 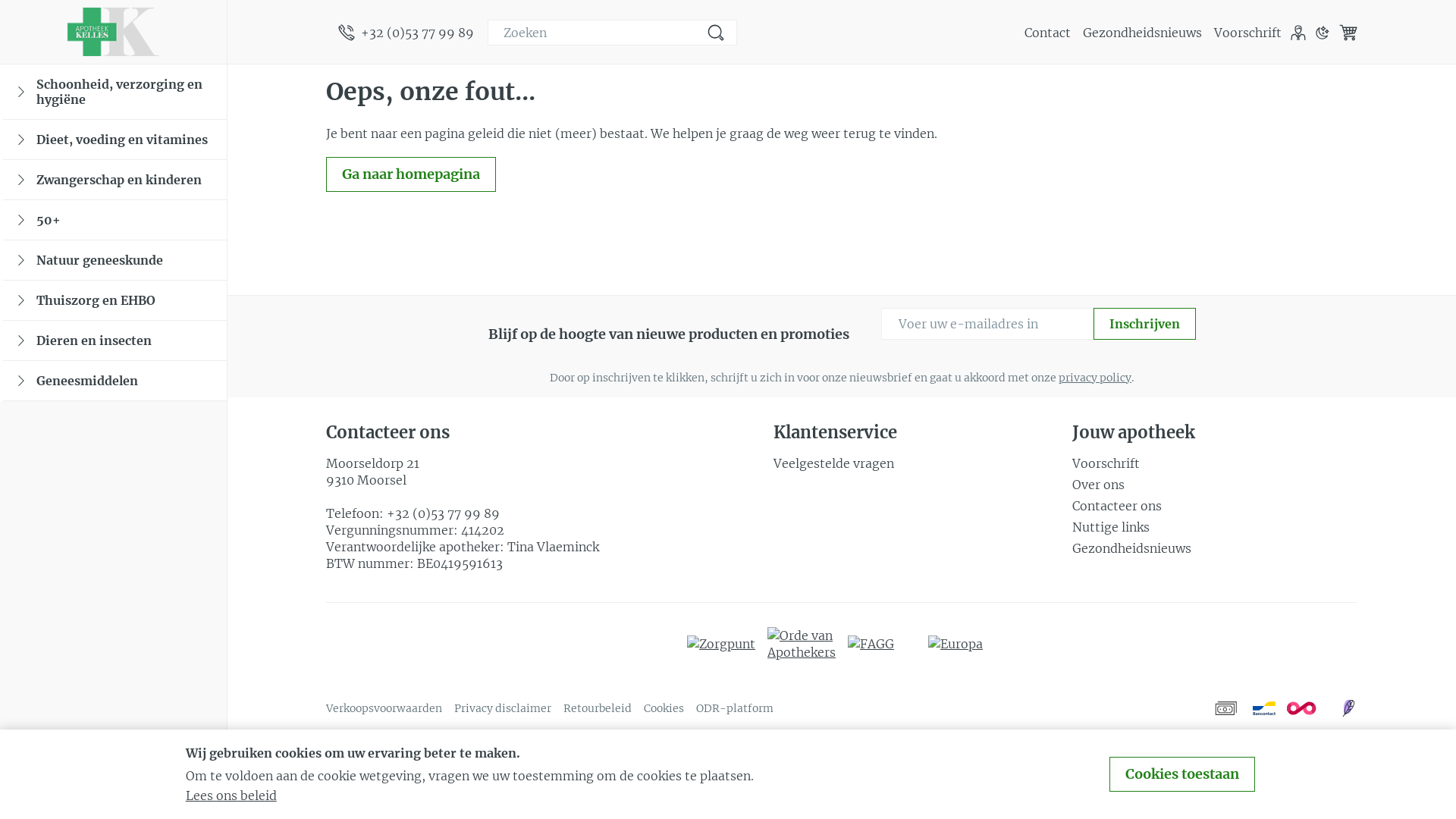 I want to click on 'Apotheek Kelles', so click(x=111, y=32).